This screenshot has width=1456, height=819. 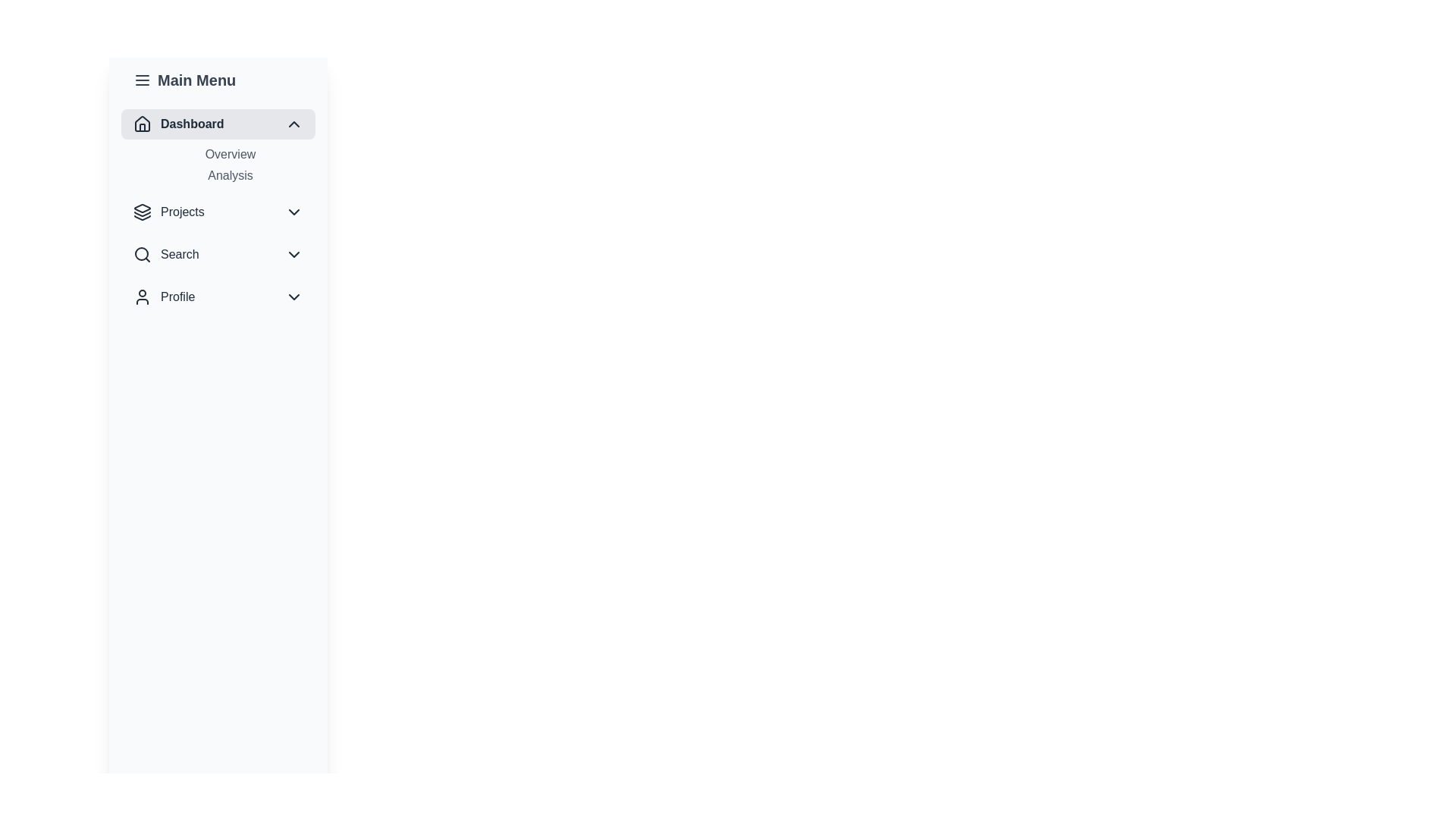 What do you see at coordinates (218, 165) in the screenshot?
I see `the 'Overview' and 'Analysis' labels in the left-side menu under the 'Dashboard' section` at bounding box center [218, 165].